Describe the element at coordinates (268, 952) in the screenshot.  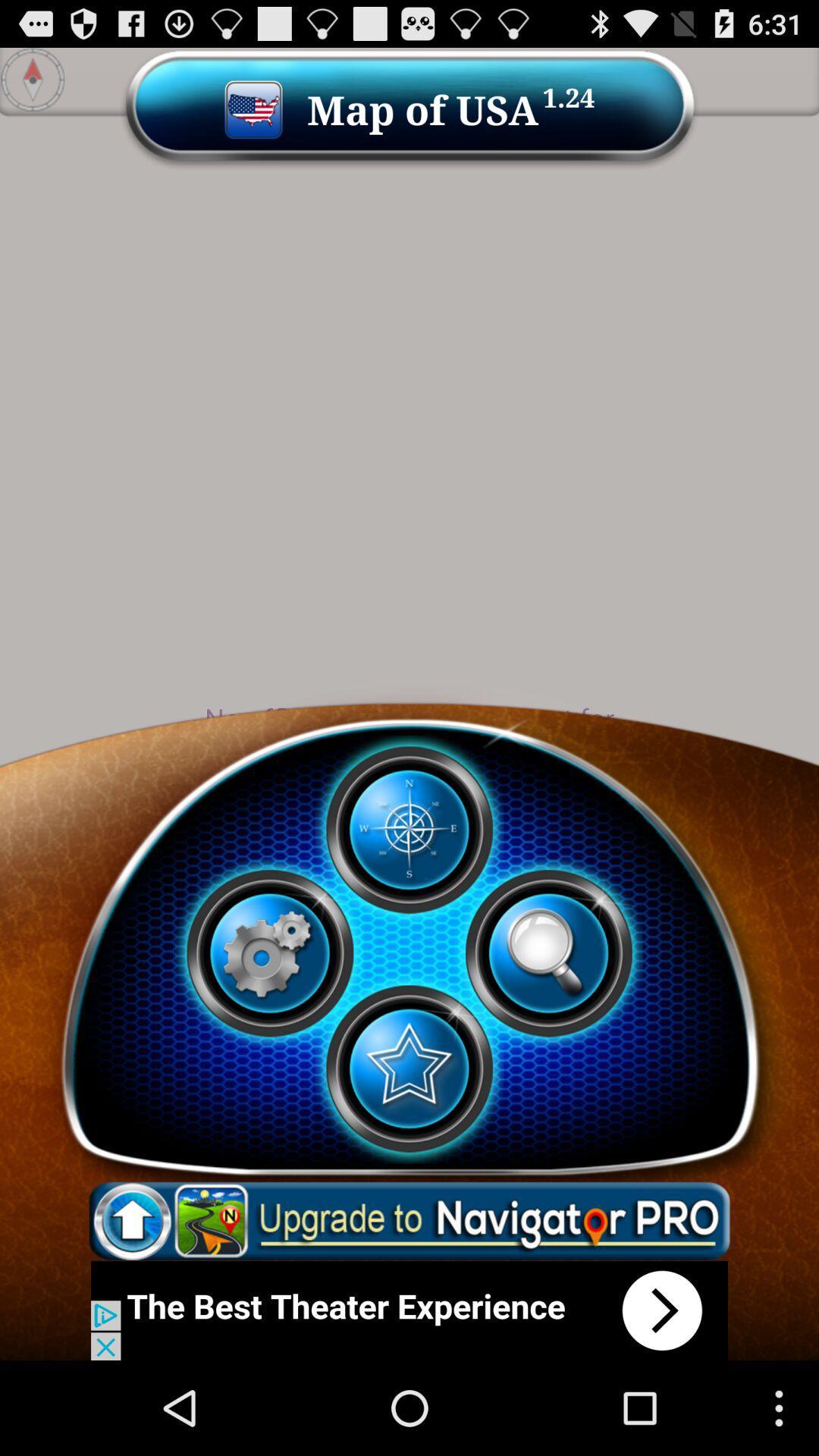
I see `settings` at that location.